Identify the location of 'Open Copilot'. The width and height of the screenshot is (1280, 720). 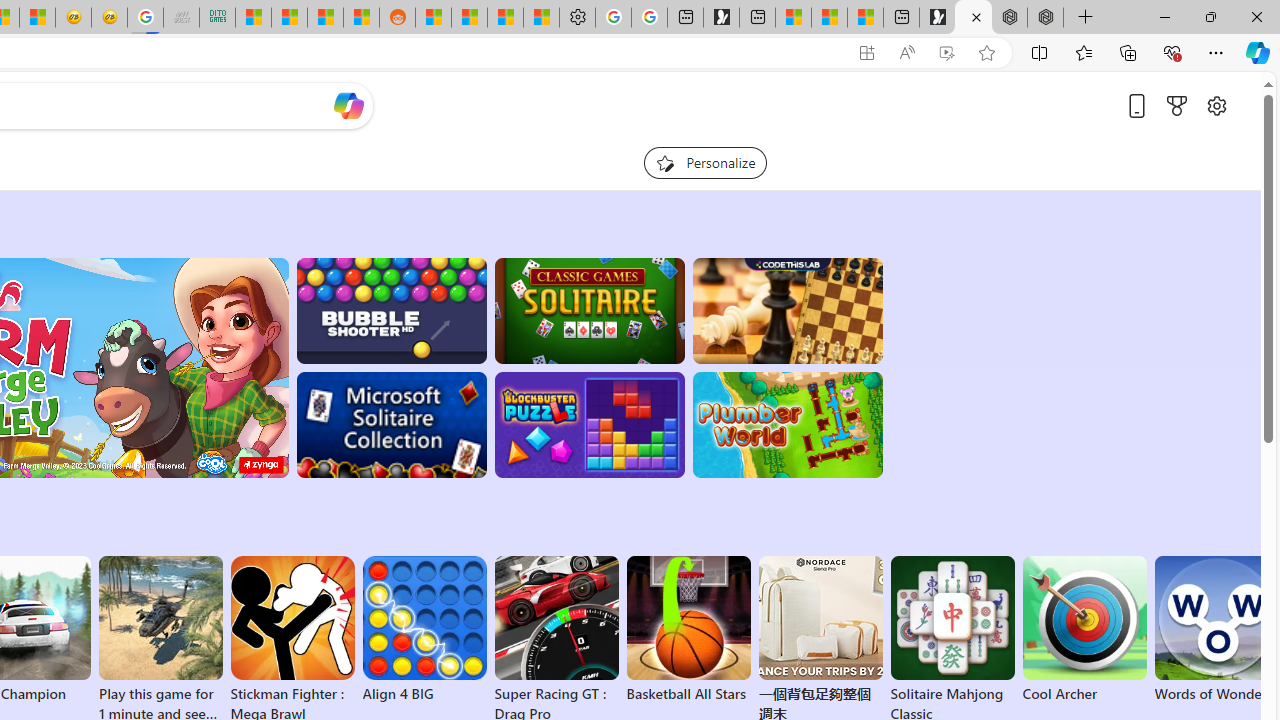
(348, 105).